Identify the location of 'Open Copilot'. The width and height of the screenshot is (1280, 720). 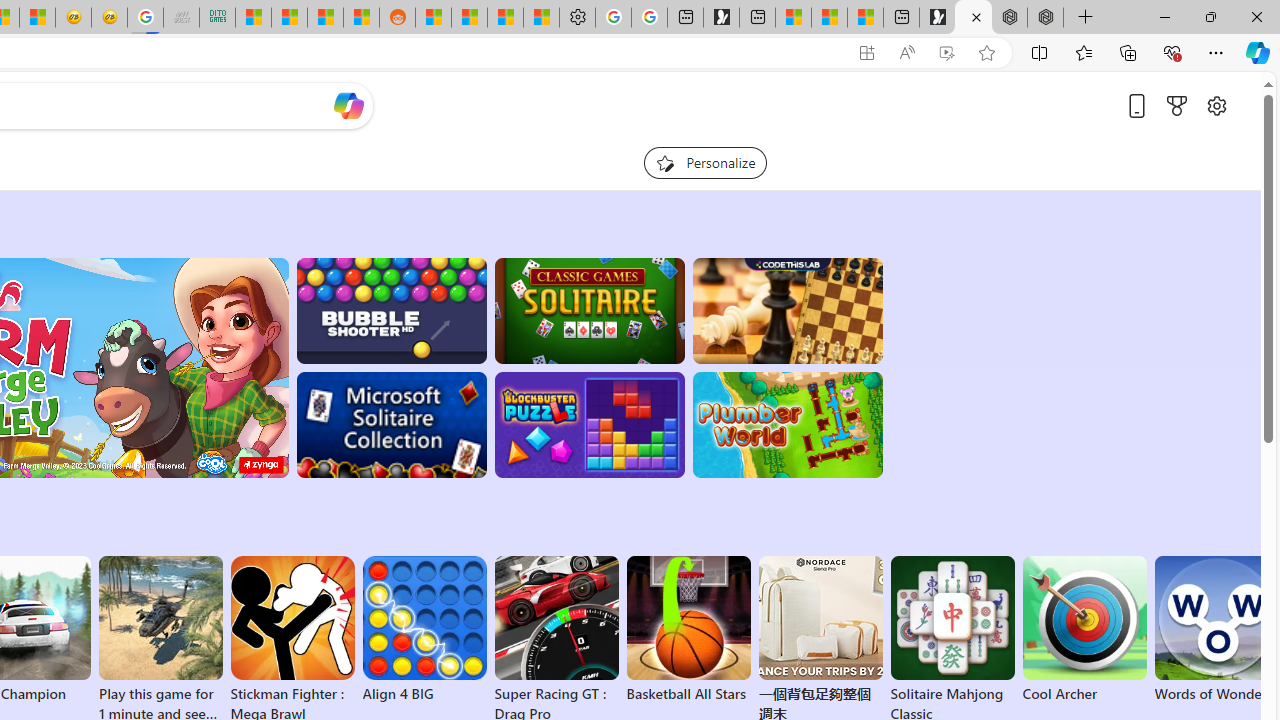
(348, 105).